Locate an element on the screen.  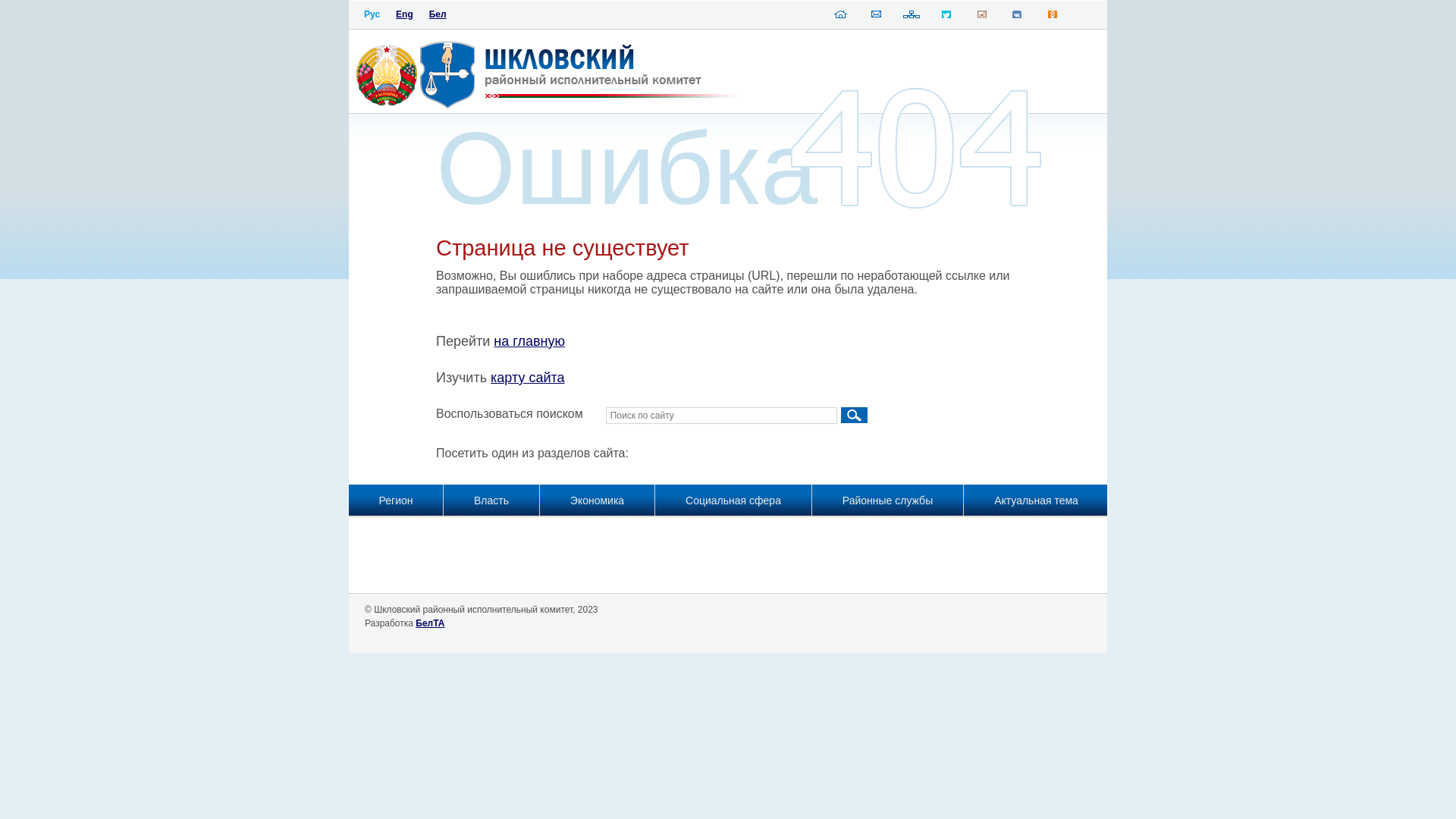
'twitter' is located at coordinates (946, 17).